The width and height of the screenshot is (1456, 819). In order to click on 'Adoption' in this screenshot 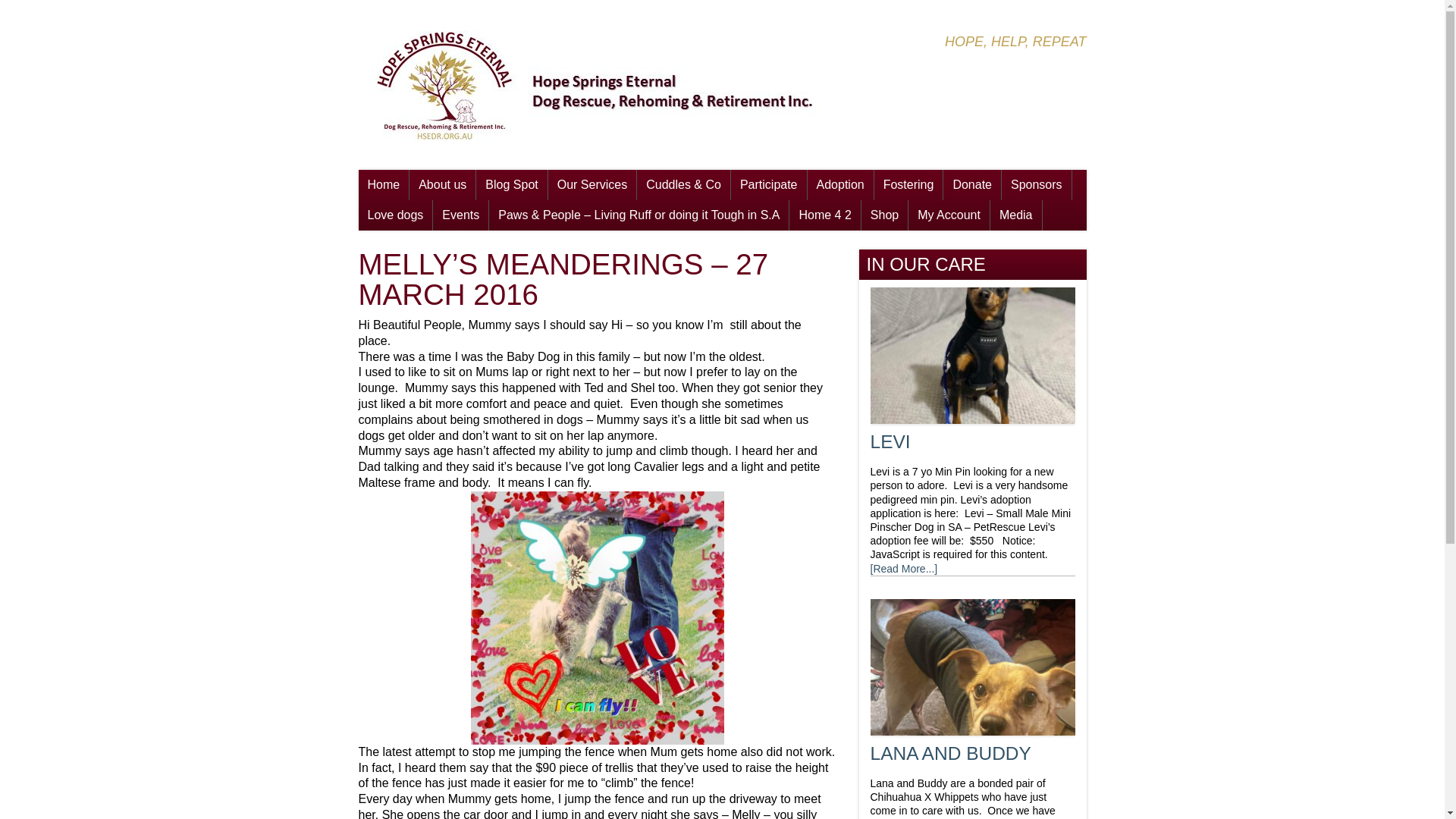, I will do `click(839, 184)`.